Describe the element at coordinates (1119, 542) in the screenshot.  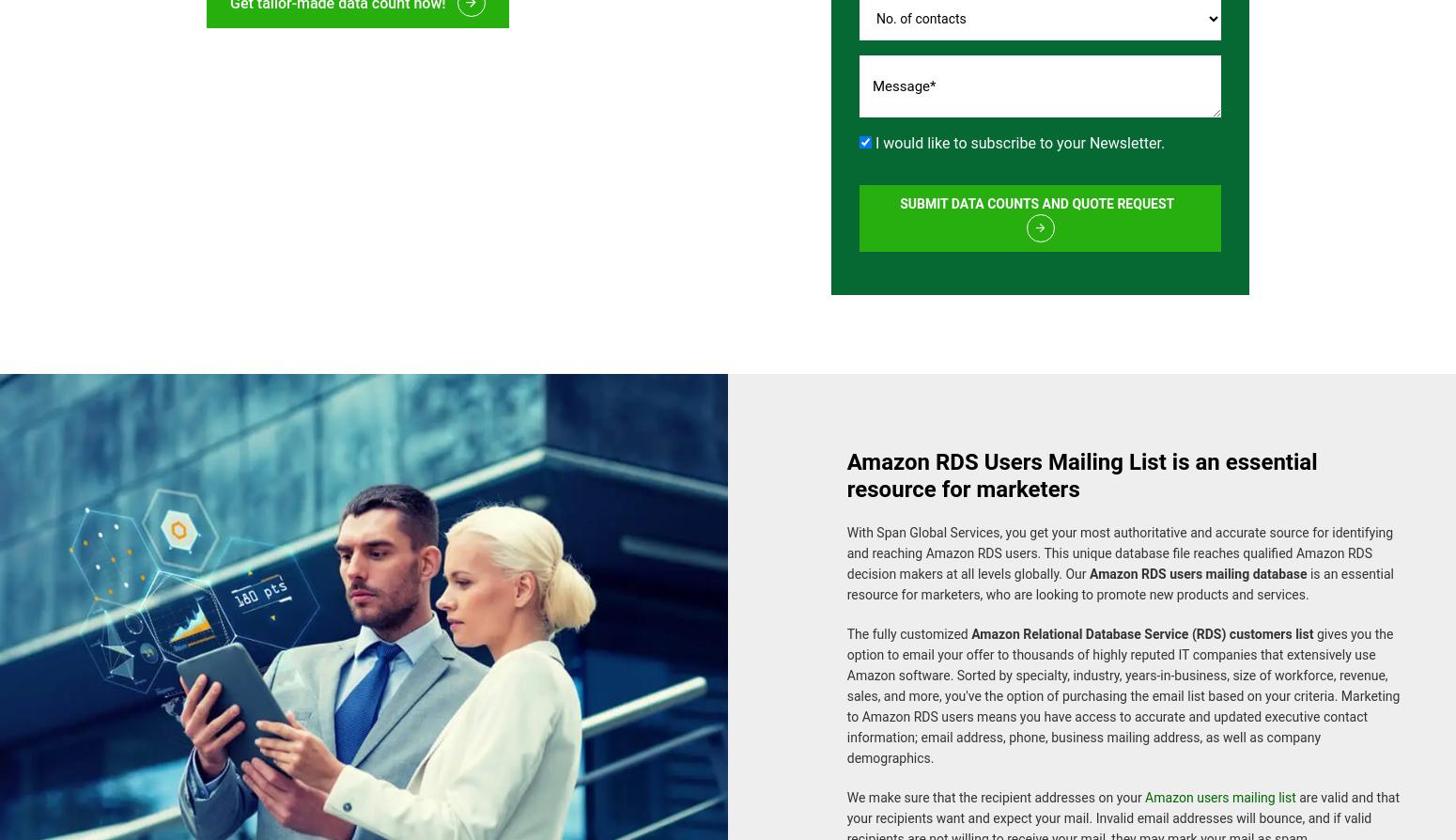
I see `'With Span Global Services, you get your most authoritative and accurate source for identifying and reaching Amazon RDS users. This unique database file reaches qualified Amazon RDS decision makers at all levels globally. Our'` at that location.